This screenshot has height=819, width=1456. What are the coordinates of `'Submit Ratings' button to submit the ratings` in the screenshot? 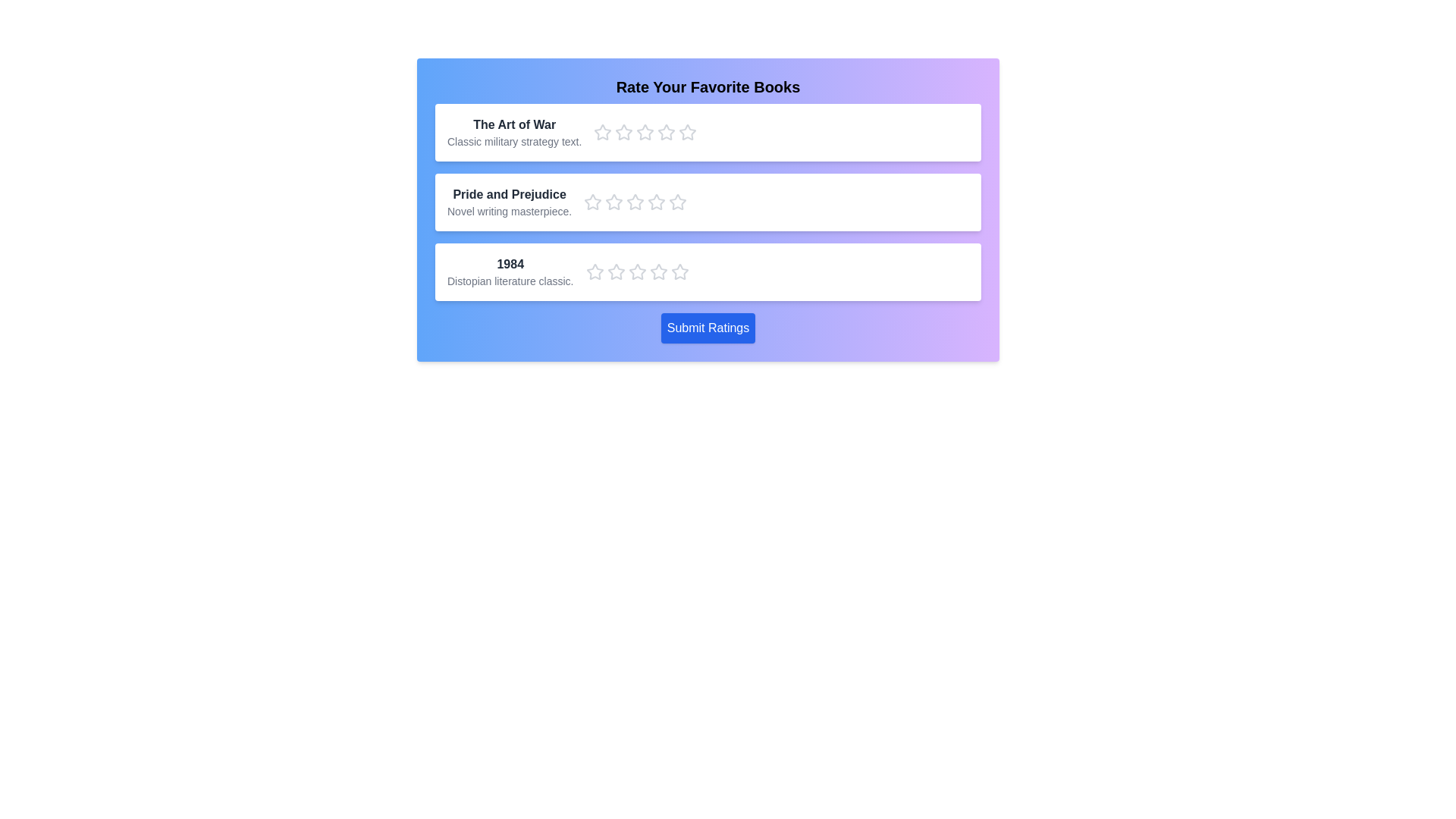 It's located at (708, 327).